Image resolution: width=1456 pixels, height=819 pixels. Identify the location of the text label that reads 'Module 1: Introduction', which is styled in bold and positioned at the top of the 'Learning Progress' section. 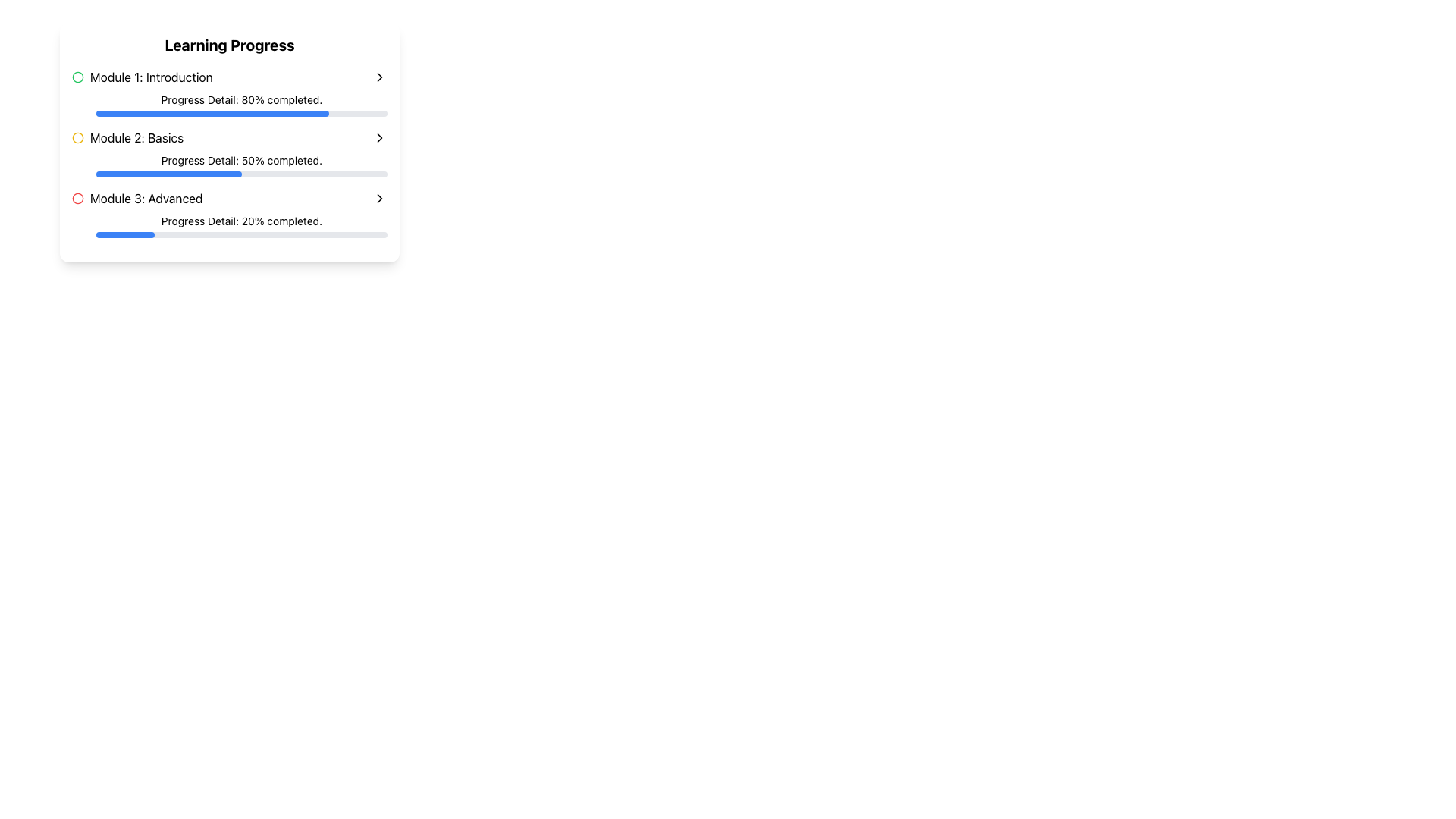
(142, 77).